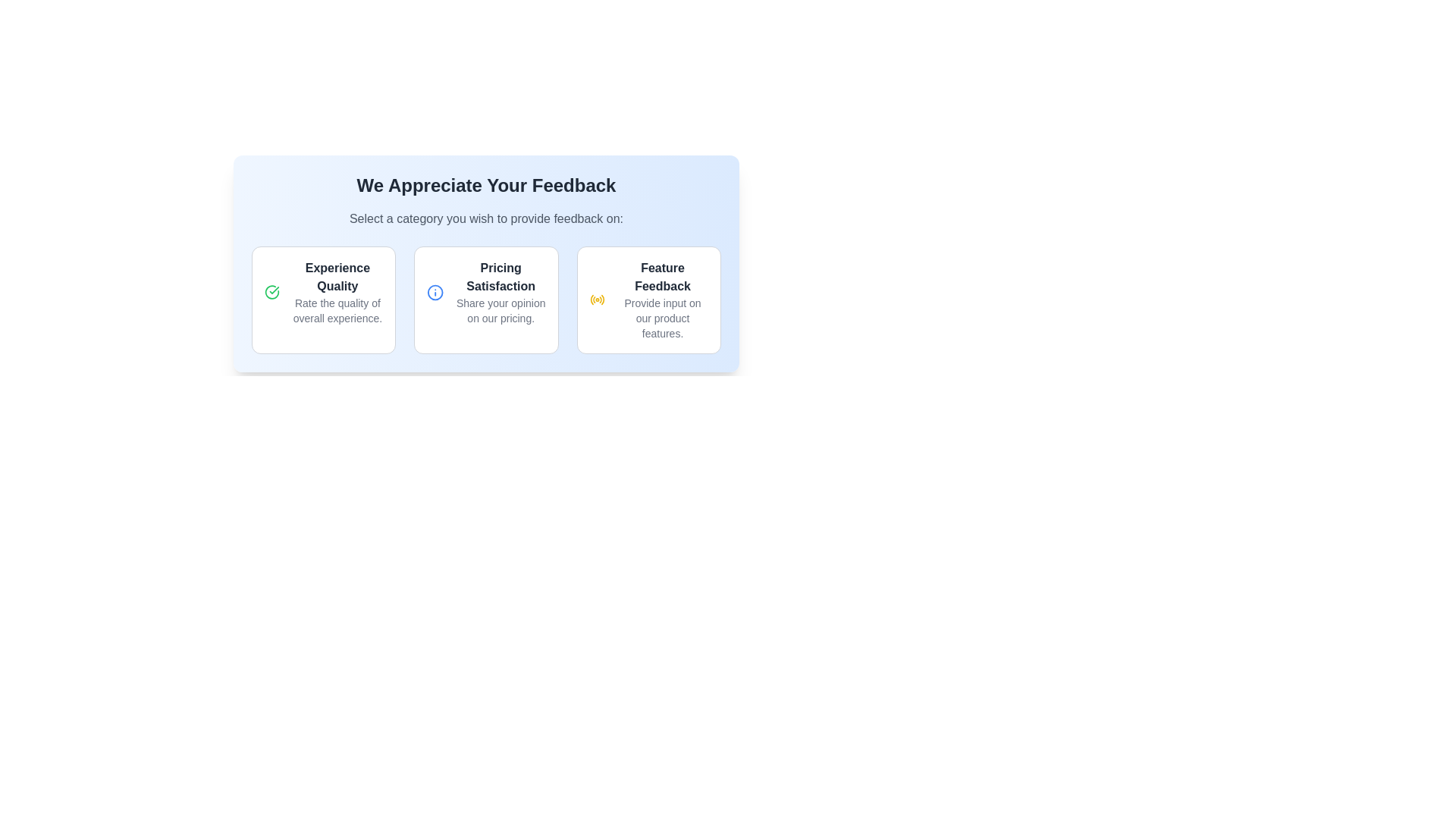 This screenshot has width=1456, height=819. I want to click on the pricing satisfaction card, which is the second card in a 1x3 grid layout, to initiate interaction, so click(486, 300).